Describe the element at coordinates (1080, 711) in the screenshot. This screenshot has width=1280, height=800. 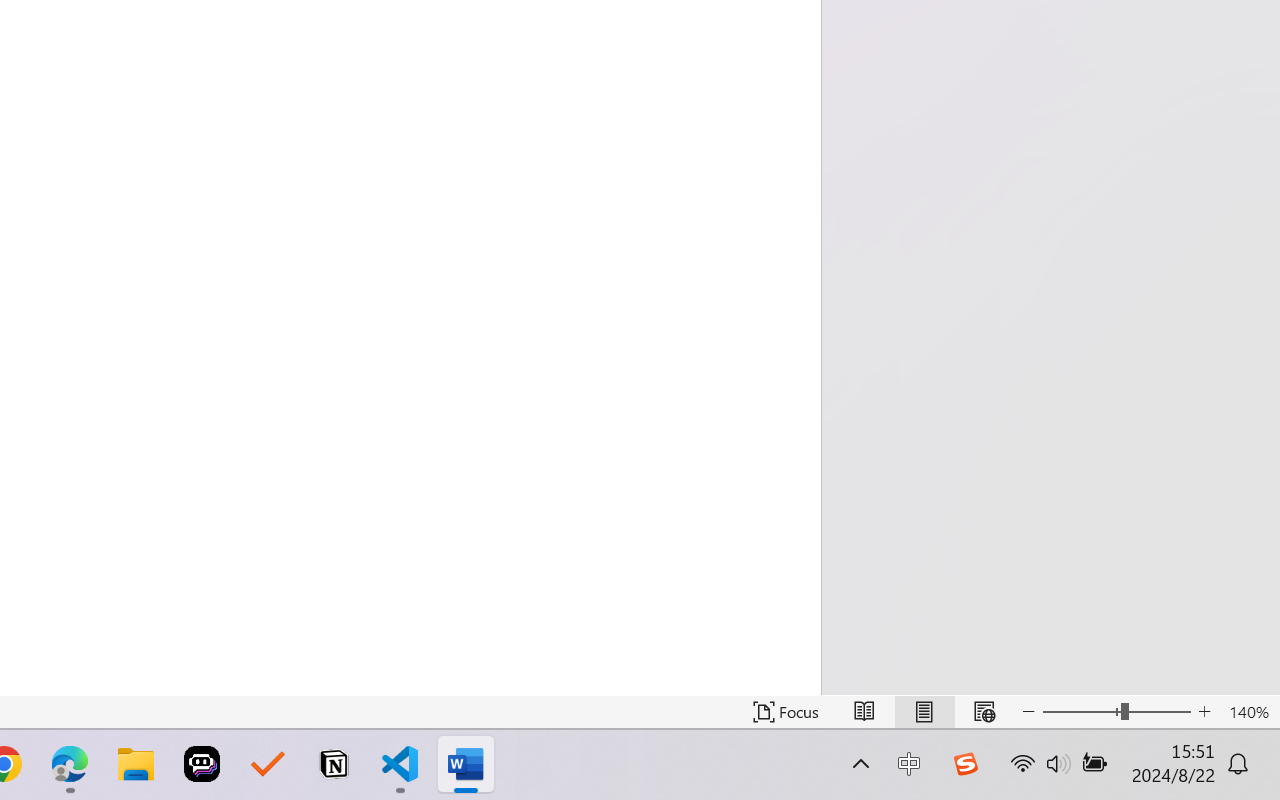
I see `'Zoom Out'` at that location.